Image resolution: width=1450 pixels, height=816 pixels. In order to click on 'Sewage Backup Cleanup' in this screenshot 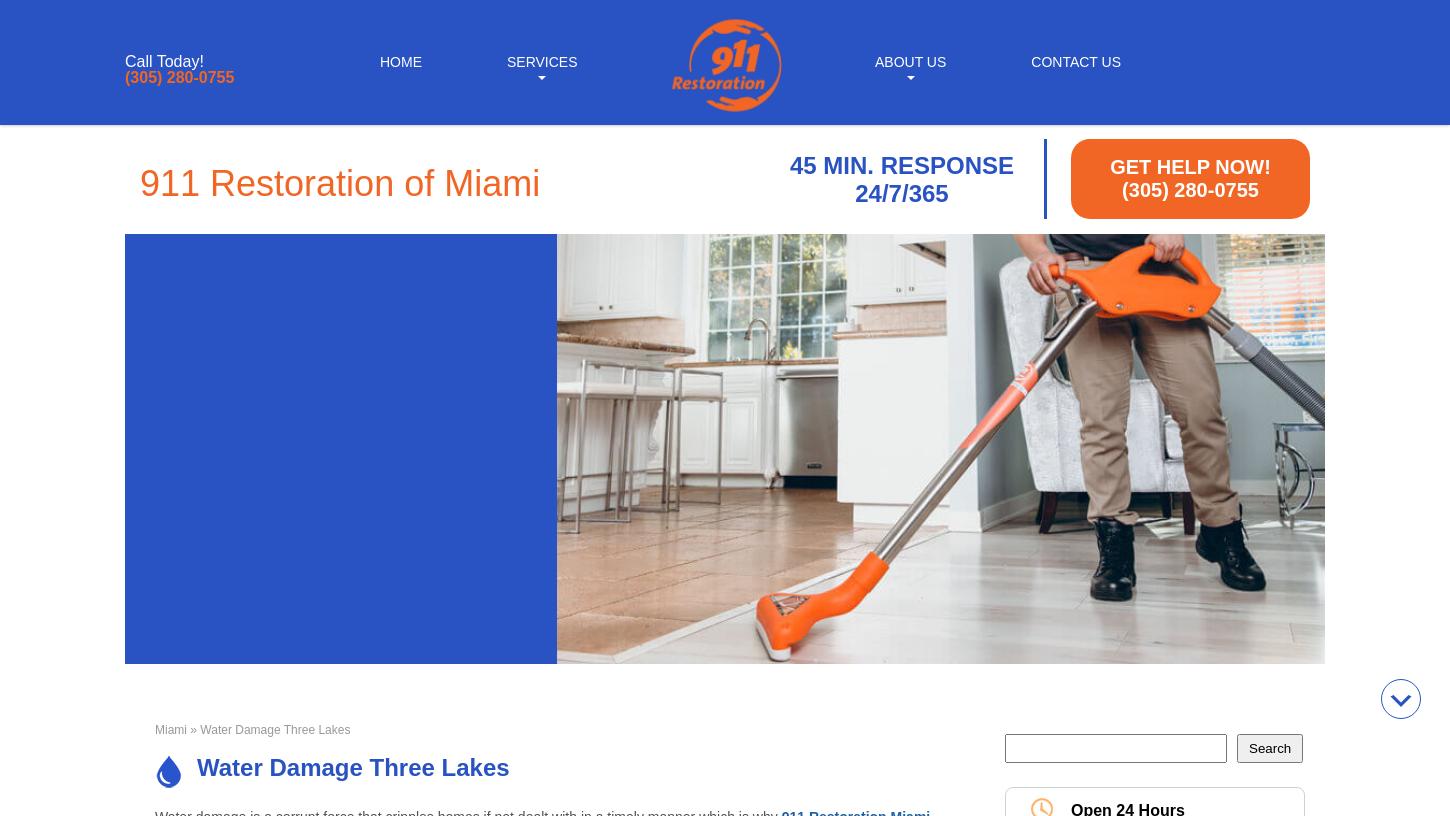, I will do `click(540, 167)`.